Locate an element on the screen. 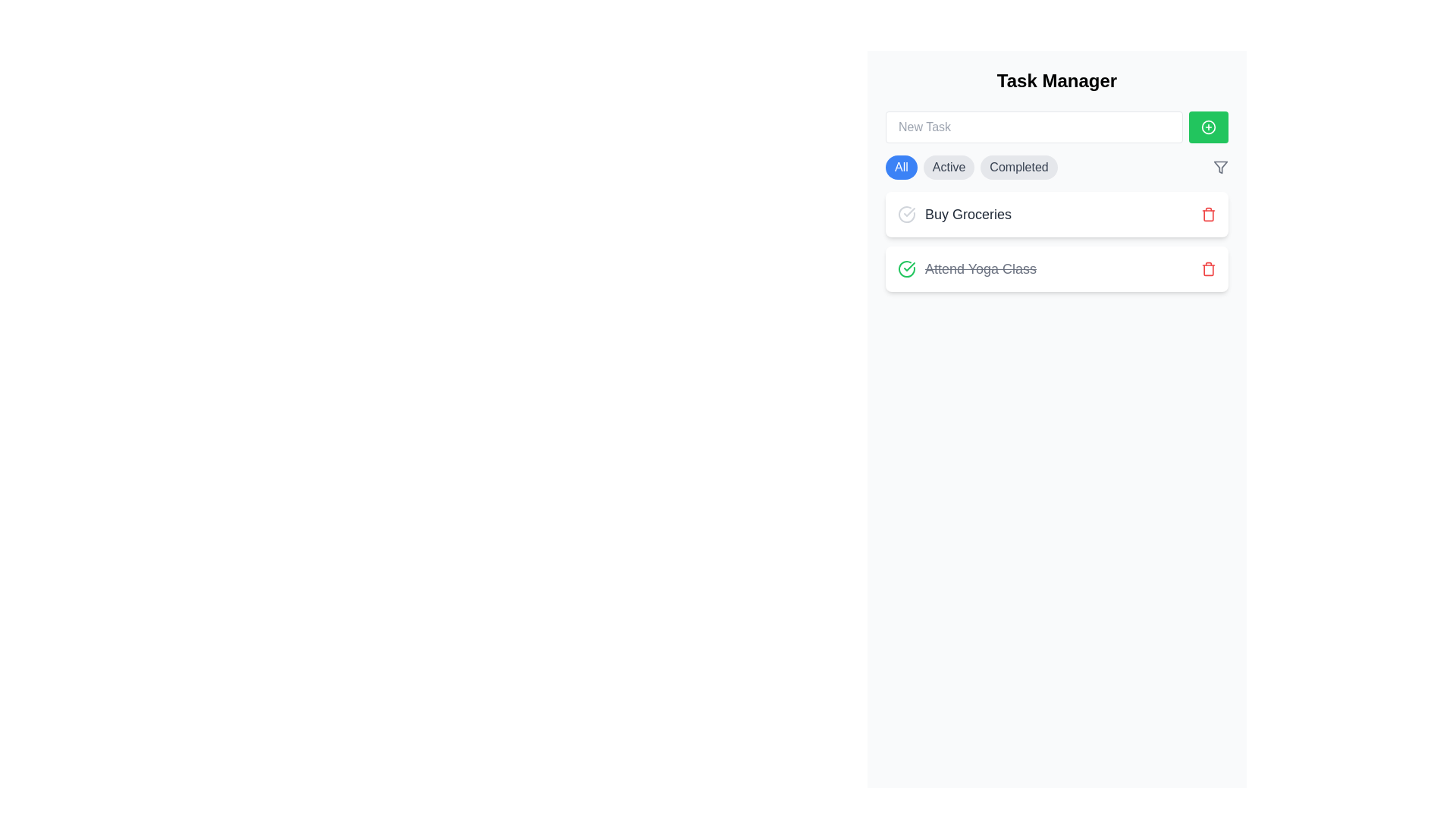 The image size is (1456, 819). the text 'Attend Yoga Class' which is styled with a gray color and has a strikethrough effect, indicating it is part of a completed task in the task management interface is located at coordinates (981, 268).